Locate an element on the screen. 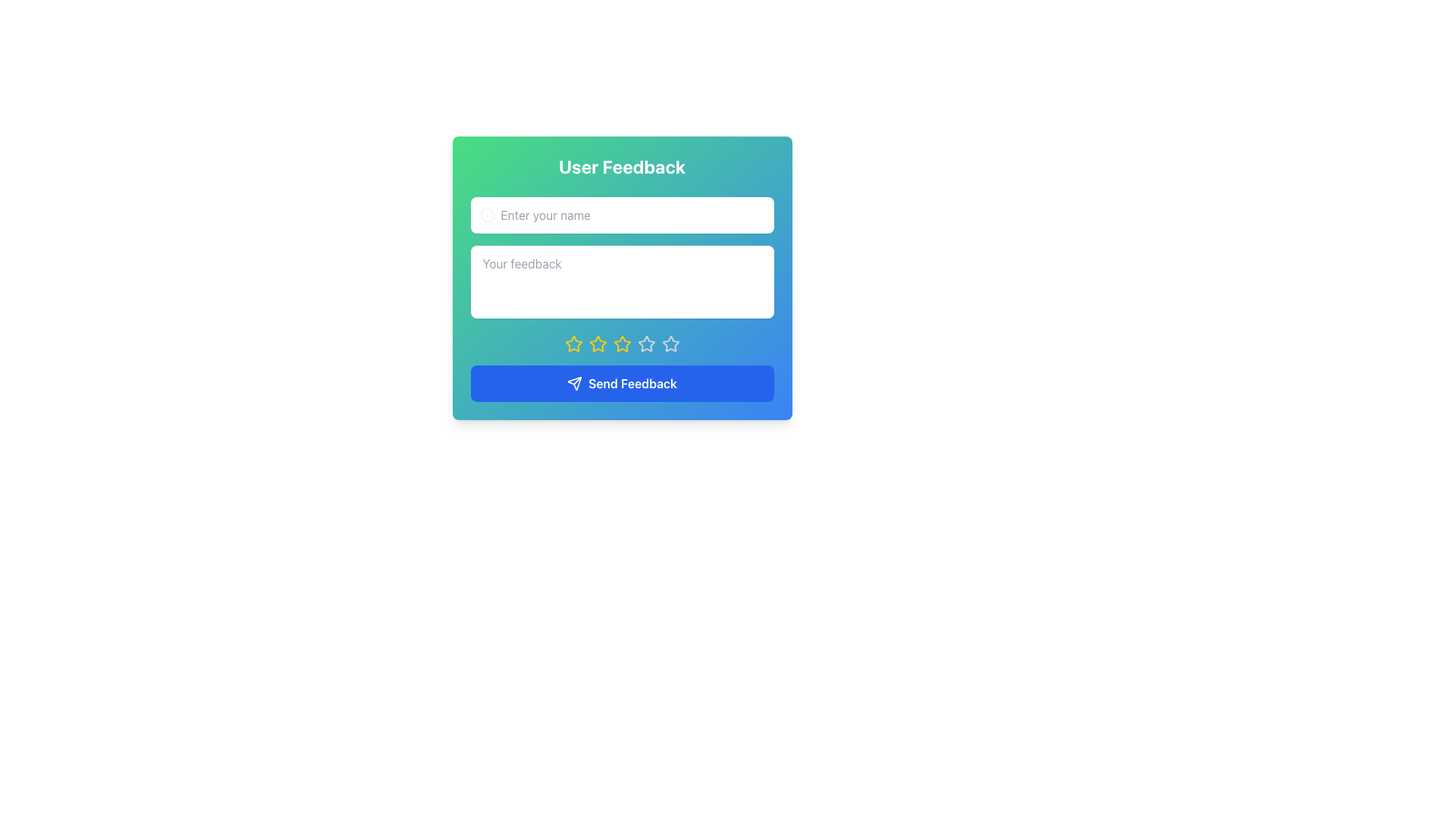 The width and height of the screenshot is (1456, 819). the third star icon in the rating system to set a rating of 3 out of 5 in the feedback form is located at coordinates (597, 344).